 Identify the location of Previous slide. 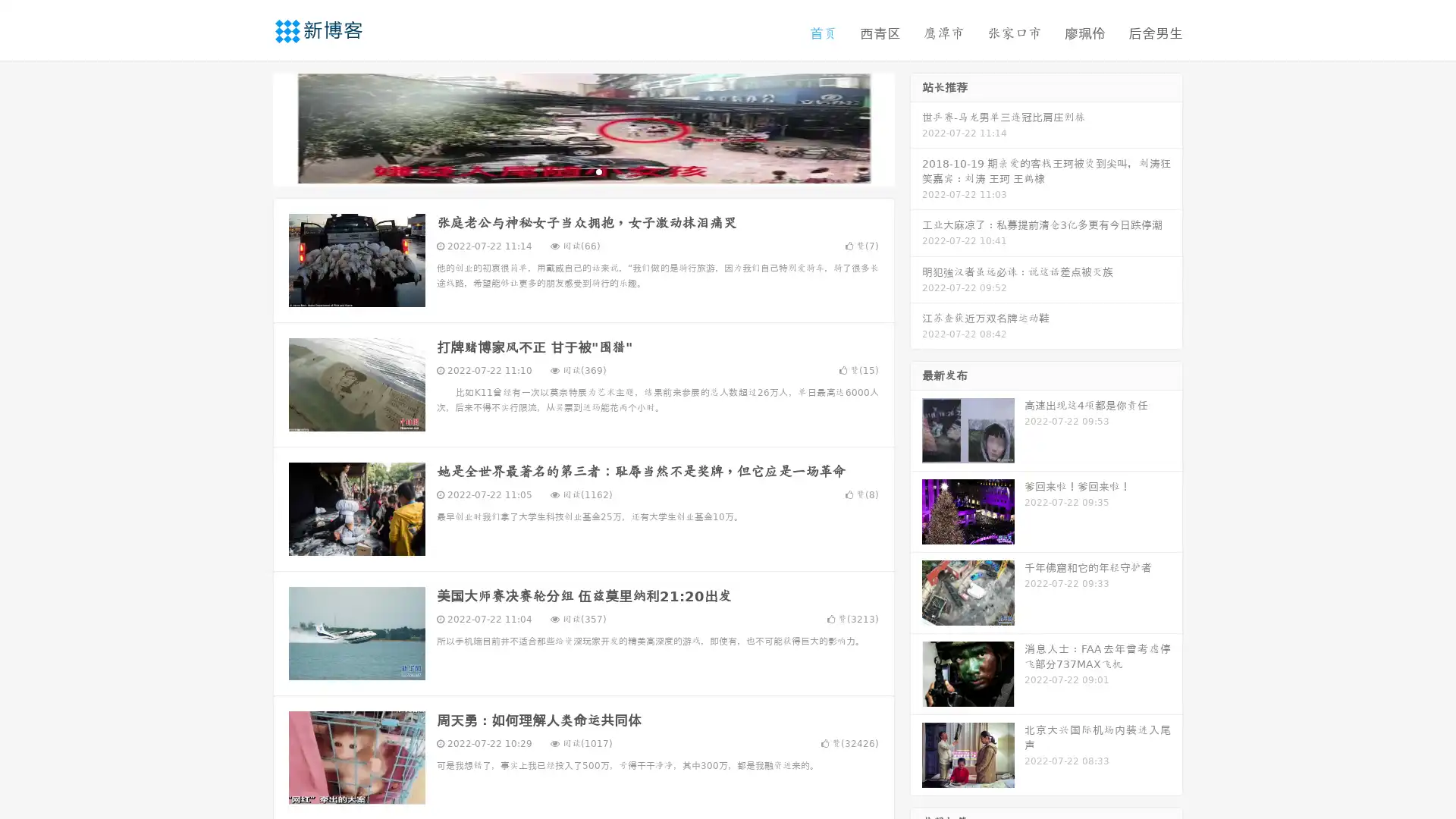
(250, 127).